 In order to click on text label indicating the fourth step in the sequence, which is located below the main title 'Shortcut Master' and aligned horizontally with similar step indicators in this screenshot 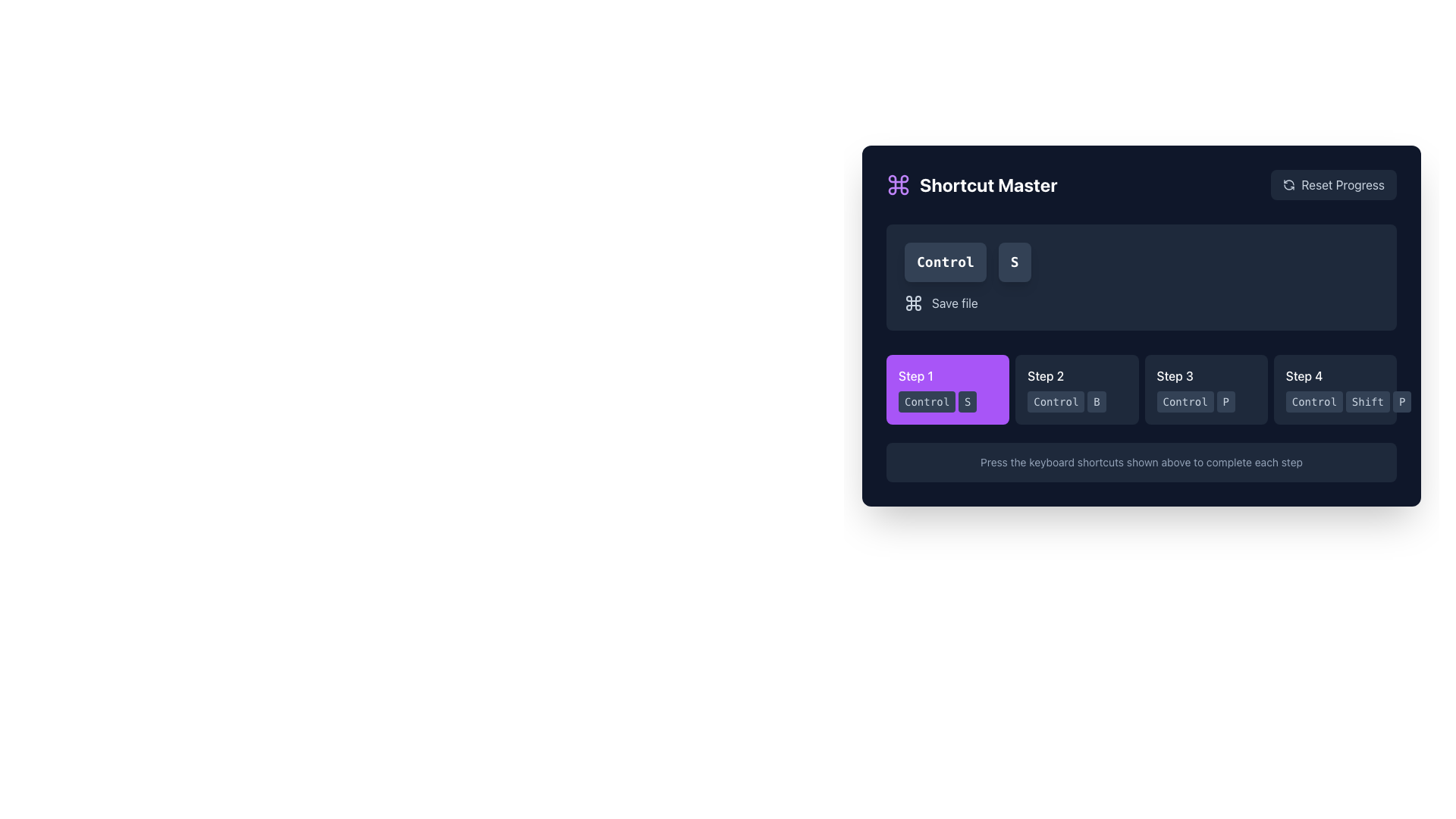, I will do `click(1304, 375)`.